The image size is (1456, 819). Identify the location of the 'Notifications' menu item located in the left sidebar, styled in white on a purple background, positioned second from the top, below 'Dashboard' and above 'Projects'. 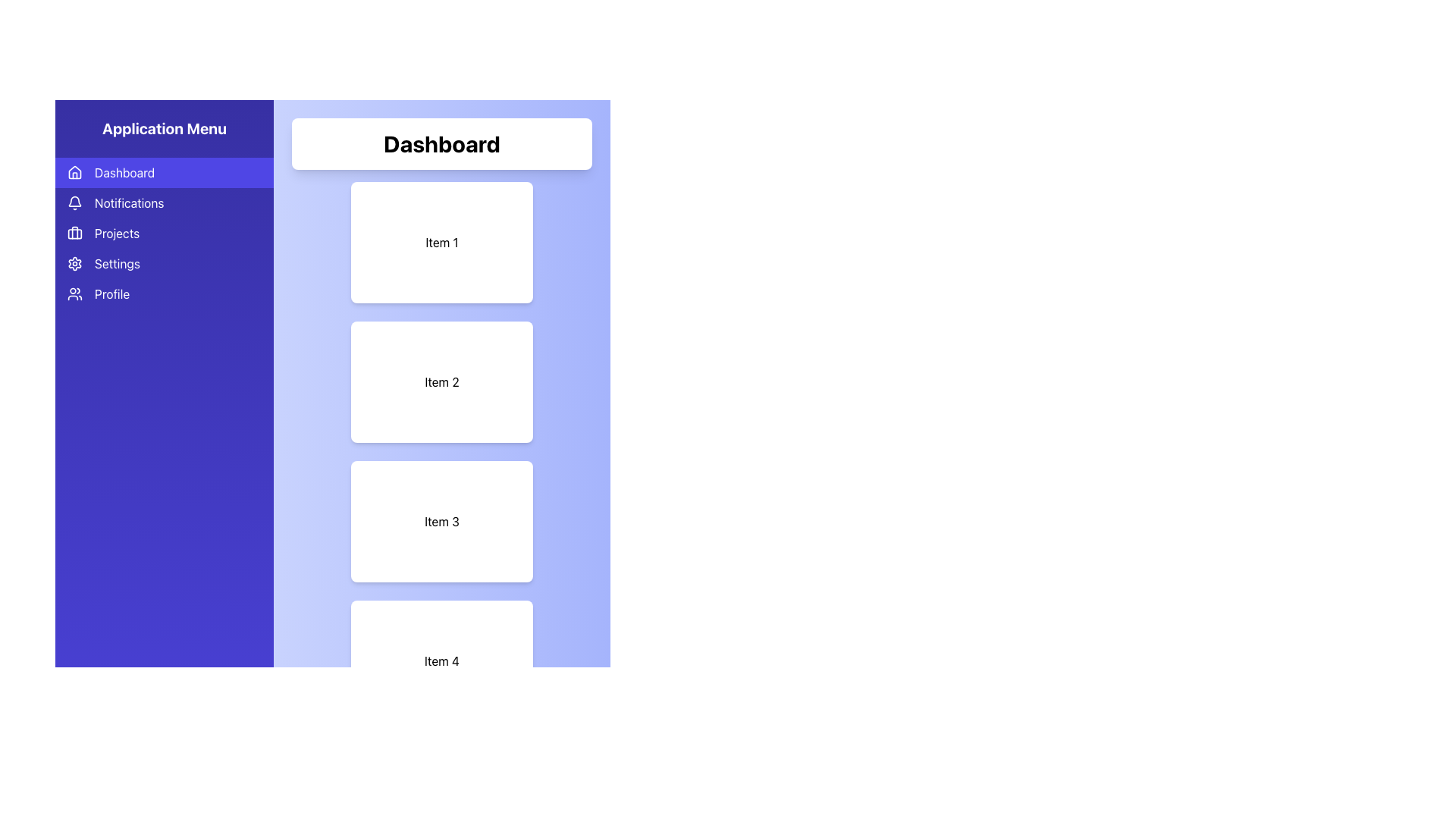
(129, 202).